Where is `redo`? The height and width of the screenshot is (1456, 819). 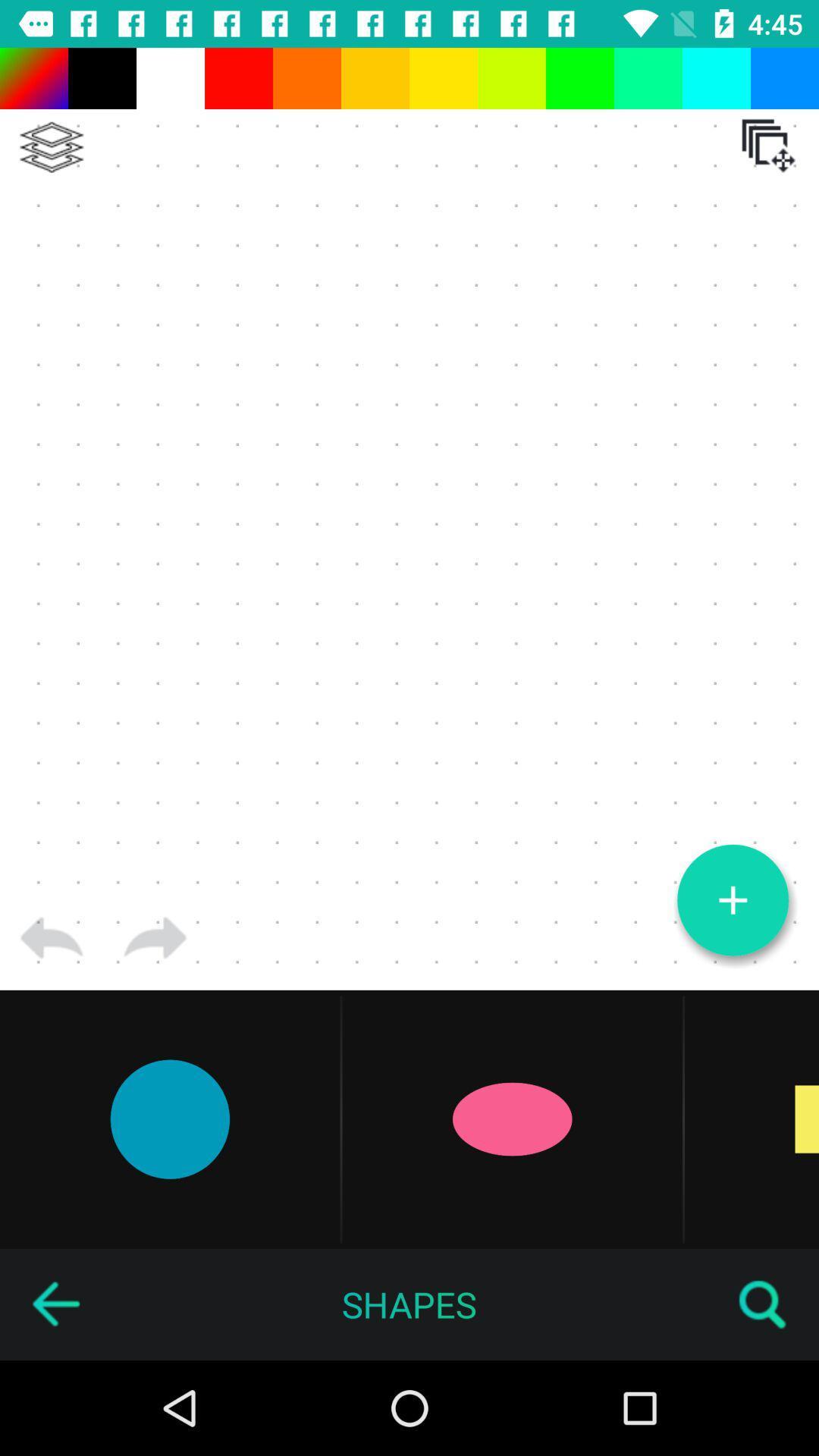 redo is located at coordinates (155, 937).